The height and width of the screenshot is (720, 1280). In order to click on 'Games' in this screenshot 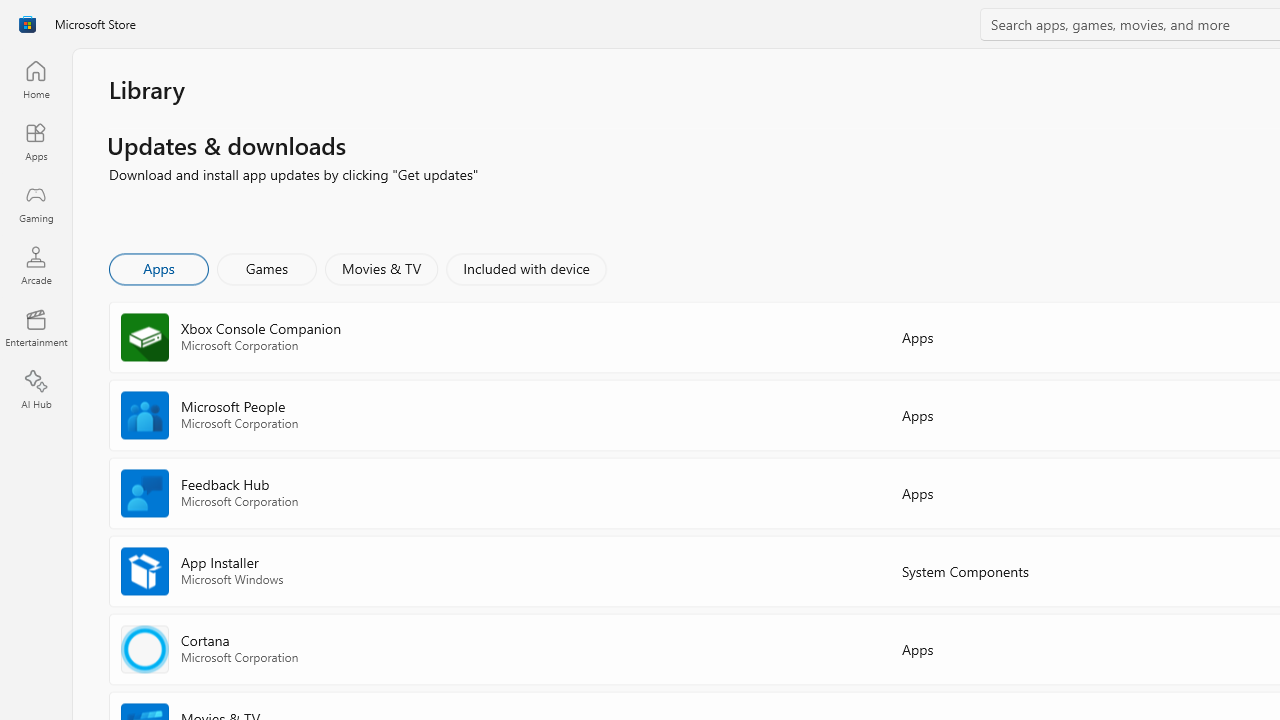, I will do `click(266, 267)`.